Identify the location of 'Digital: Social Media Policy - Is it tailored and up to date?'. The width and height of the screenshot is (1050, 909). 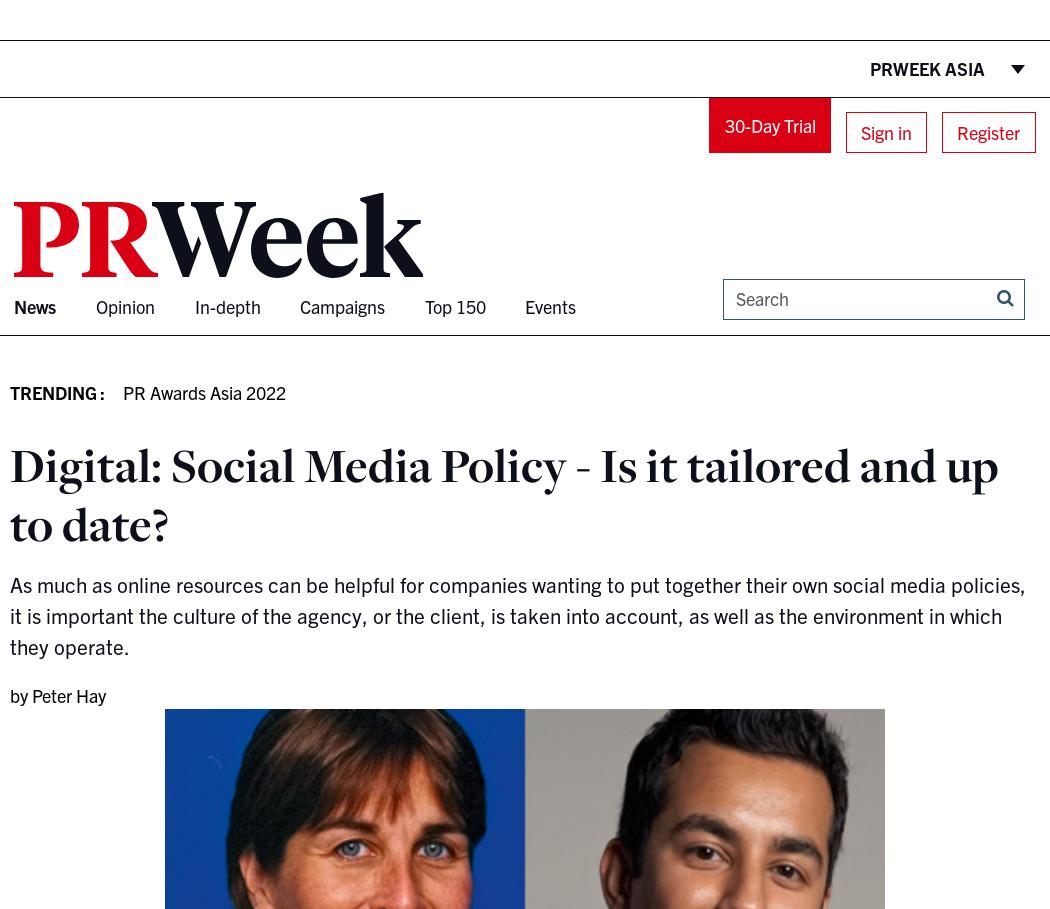
(503, 493).